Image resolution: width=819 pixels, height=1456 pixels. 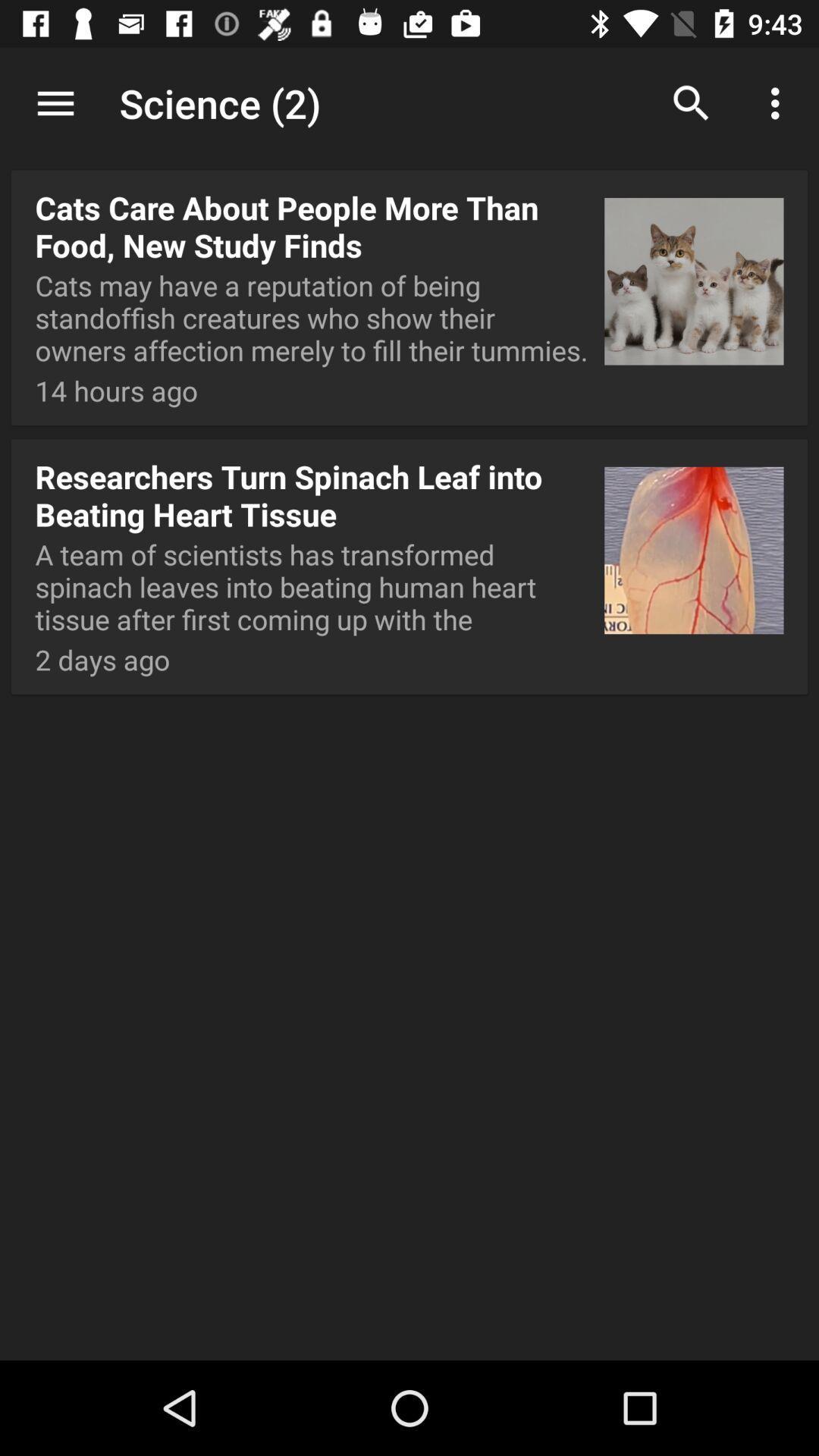 What do you see at coordinates (55, 102) in the screenshot?
I see `item above cats care about item` at bounding box center [55, 102].